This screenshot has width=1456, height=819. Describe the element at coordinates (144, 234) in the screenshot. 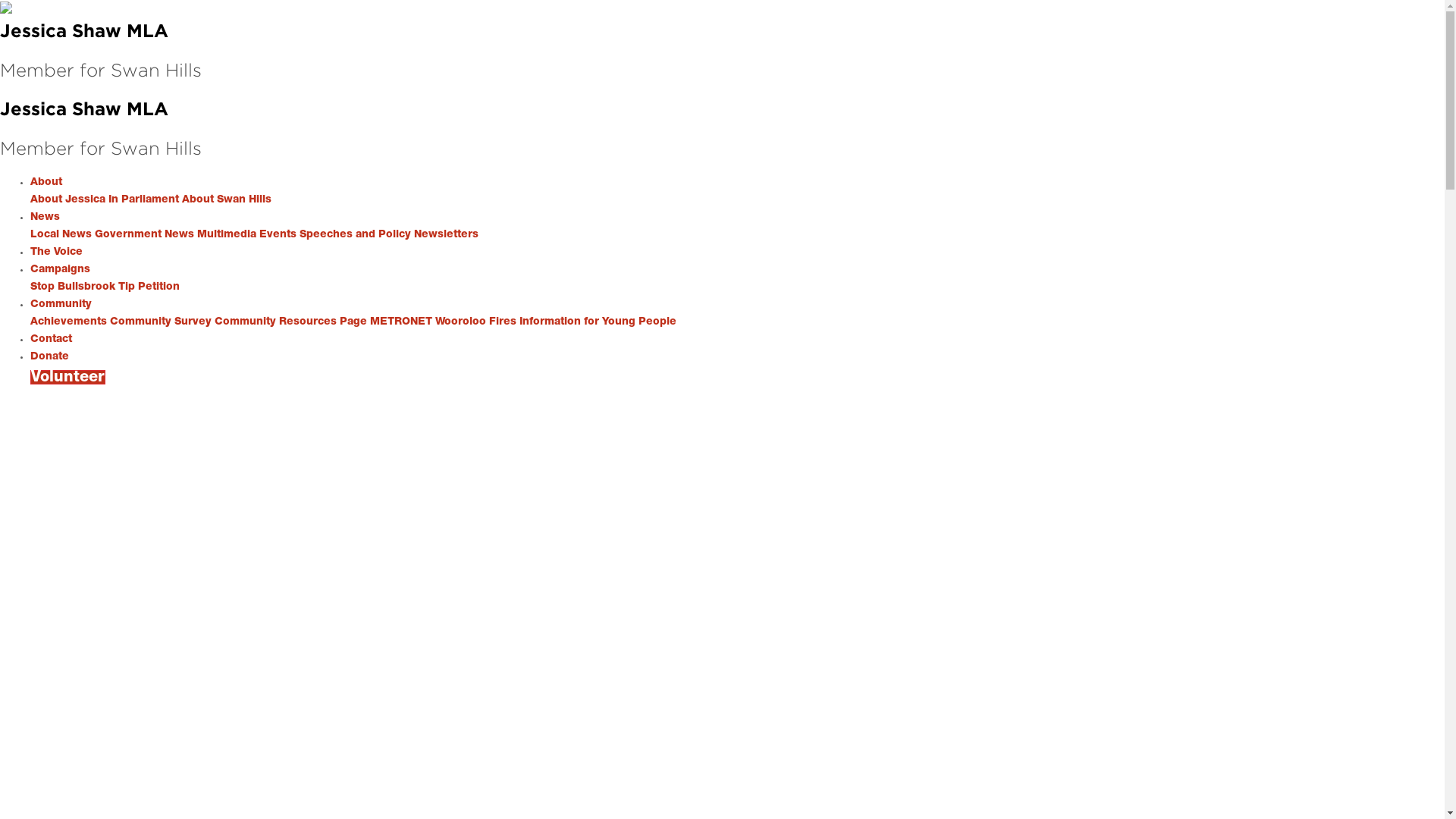

I see `'Government News'` at that location.